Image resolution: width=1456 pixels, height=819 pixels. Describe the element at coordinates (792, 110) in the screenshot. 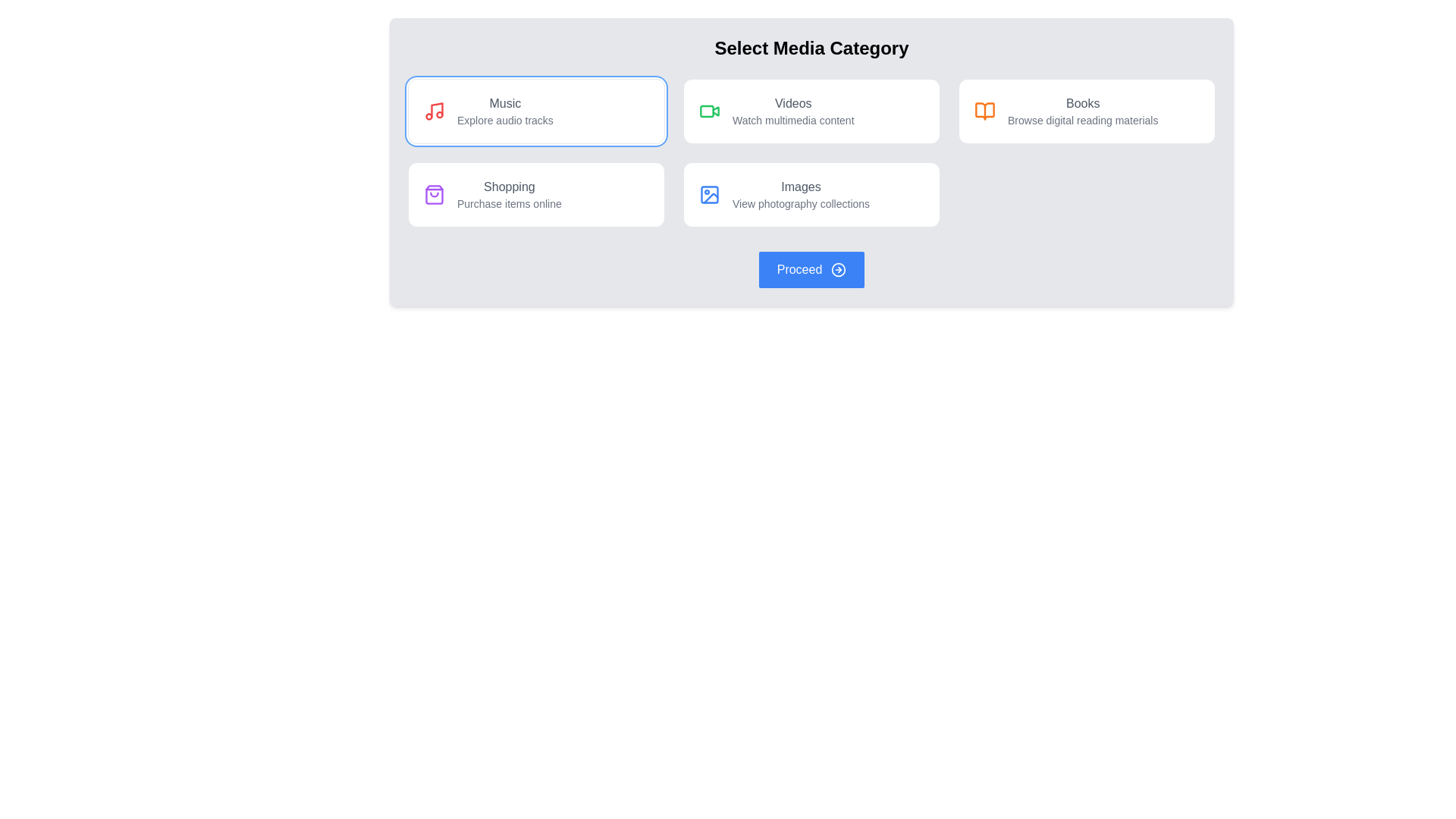

I see `to select the 'Videos' category from the navigation options located in the top row, second from the left, adjacent to 'Music' and 'Books'` at that location.